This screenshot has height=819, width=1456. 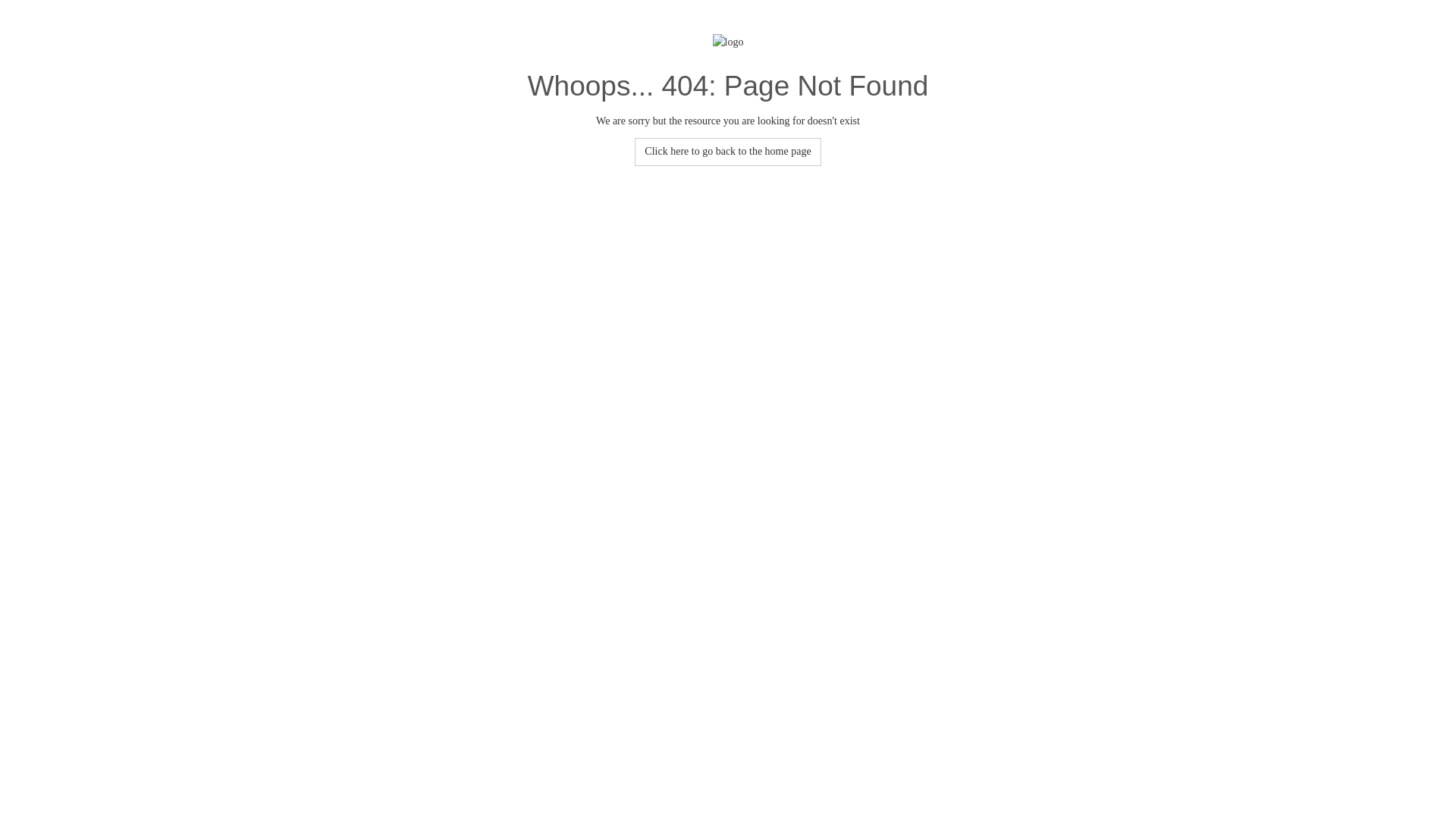 What do you see at coordinates (726, 152) in the screenshot?
I see `'Click here to go back to the home page'` at bounding box center [726, 152].